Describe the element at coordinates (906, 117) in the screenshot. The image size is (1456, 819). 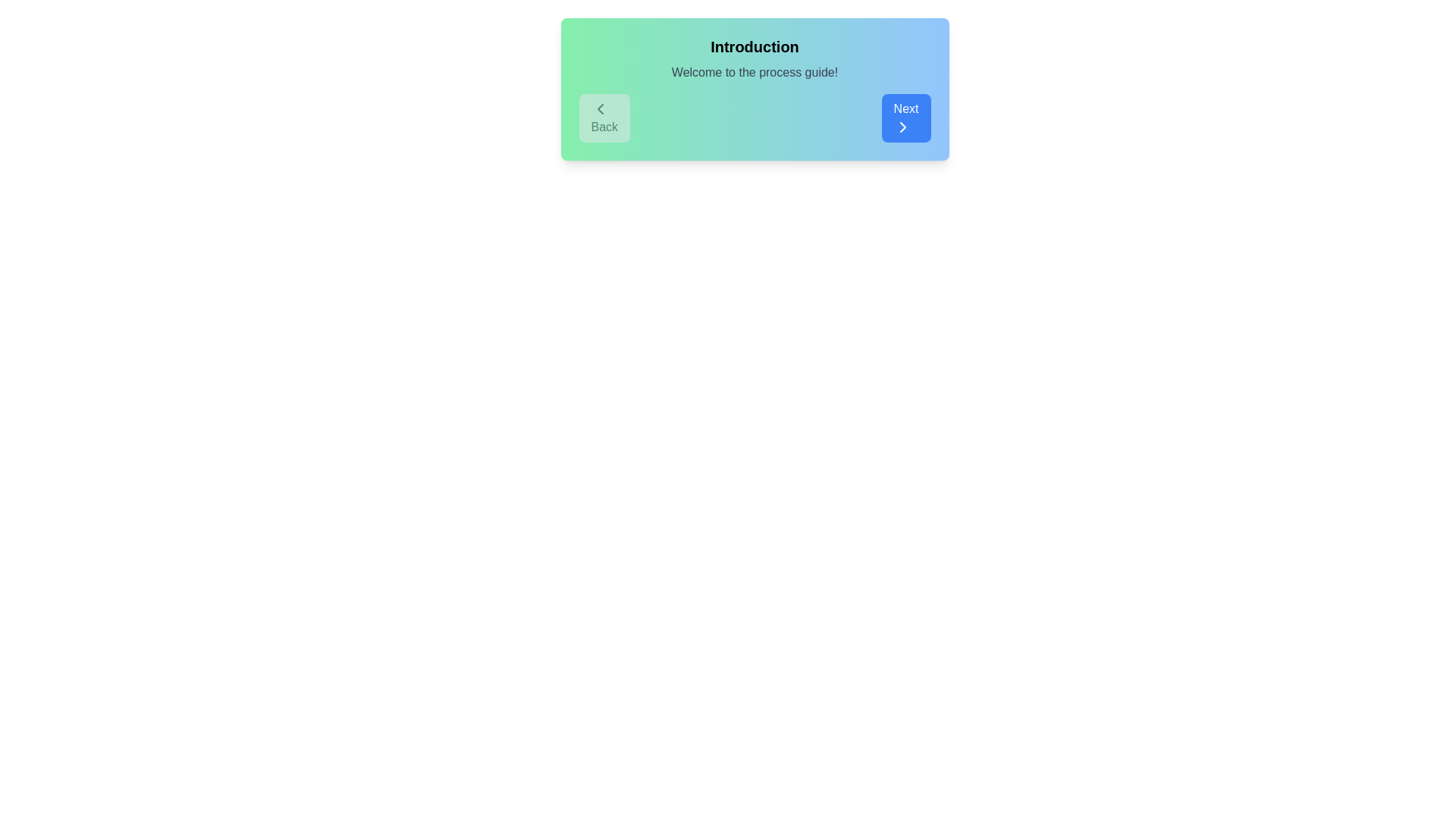
I see `the 'Next' button to navigate to the next step` at that location.